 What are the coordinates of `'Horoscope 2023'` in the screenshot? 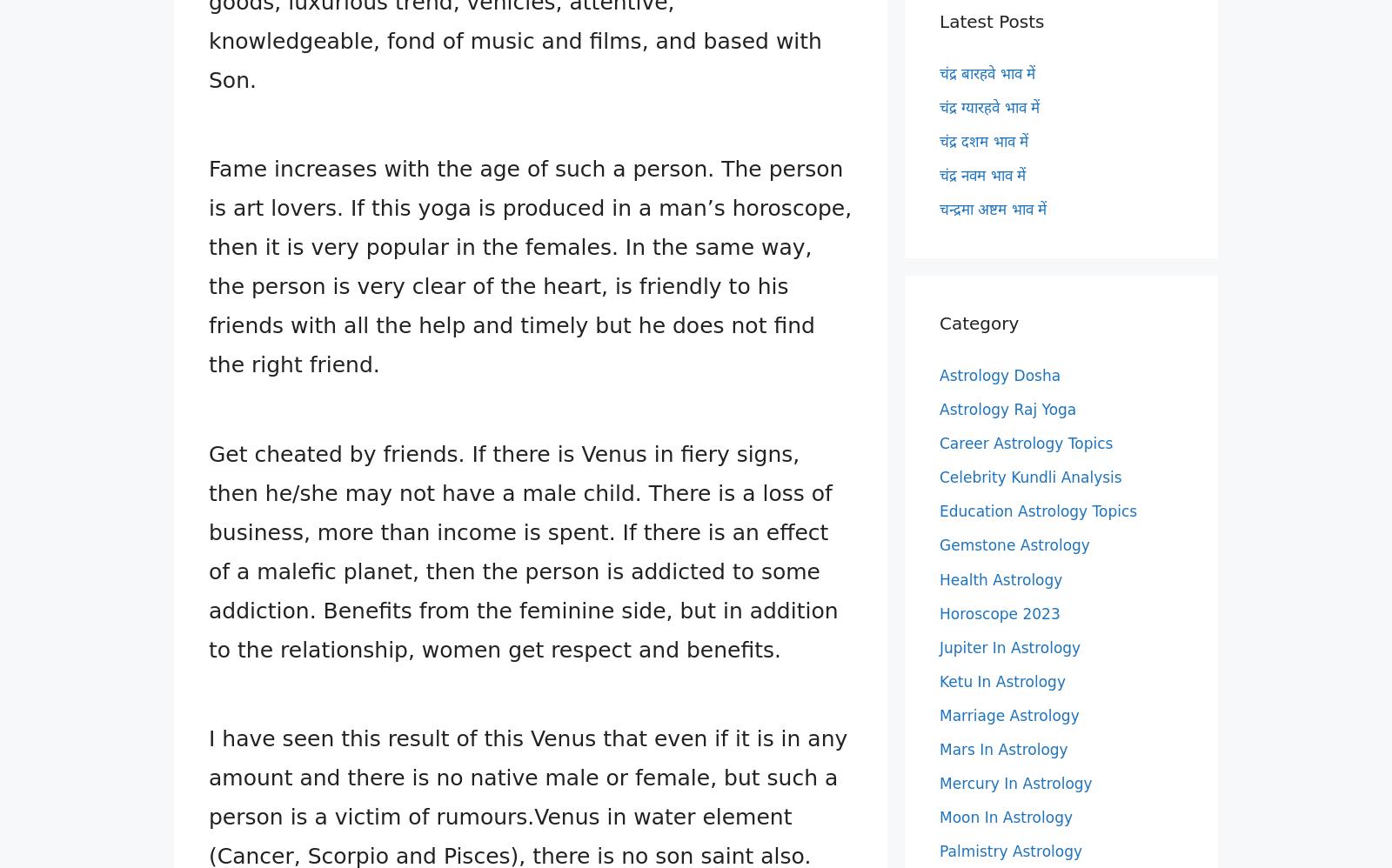 It's located at (999, 612).